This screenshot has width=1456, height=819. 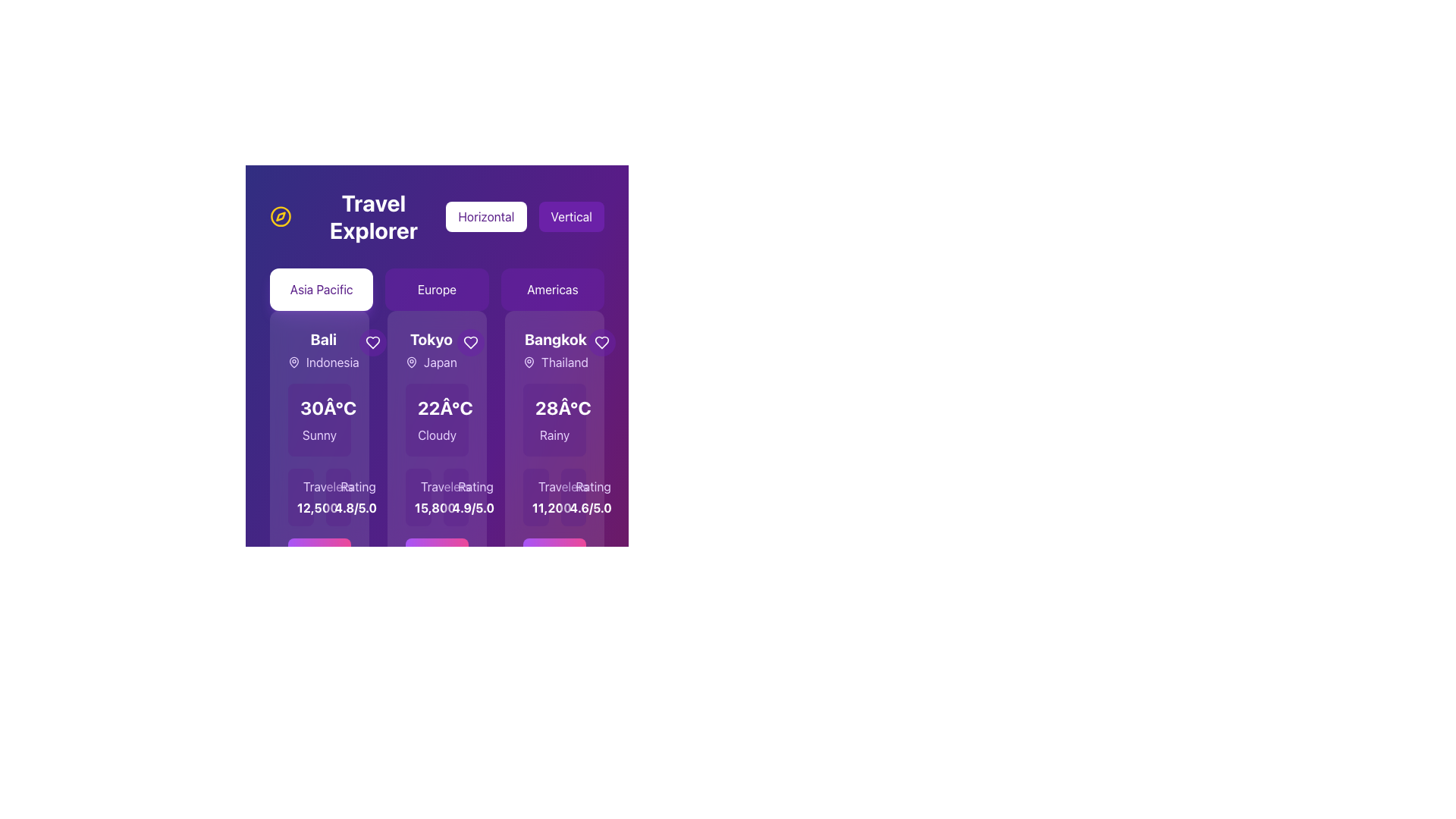 I want to click on the map pin SVG icon located immediately to the left of the text 'Japan' for interaction, so click(x=411, y=362).